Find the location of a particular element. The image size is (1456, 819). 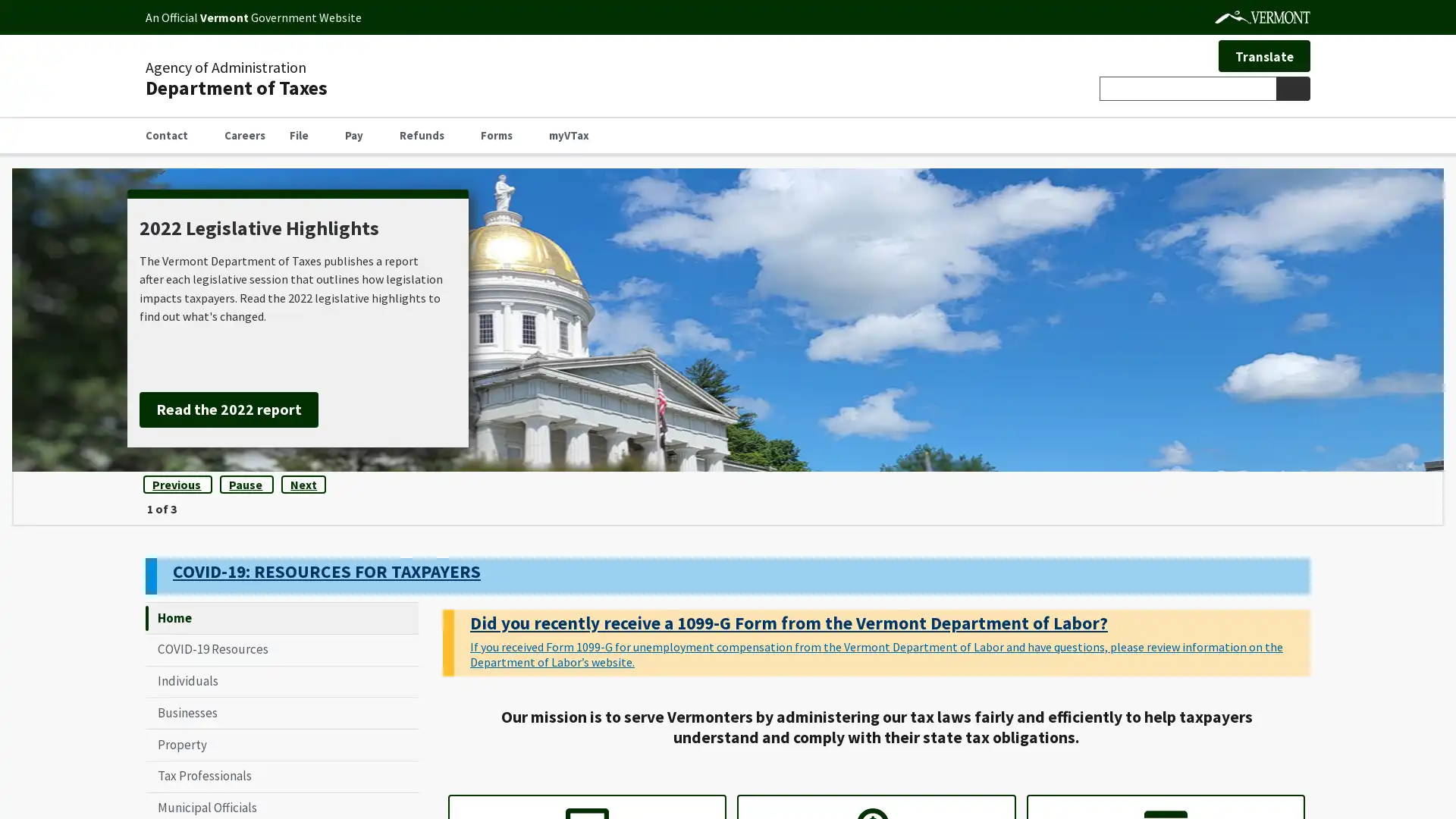

Submit is located at coordinates (1291, 87).